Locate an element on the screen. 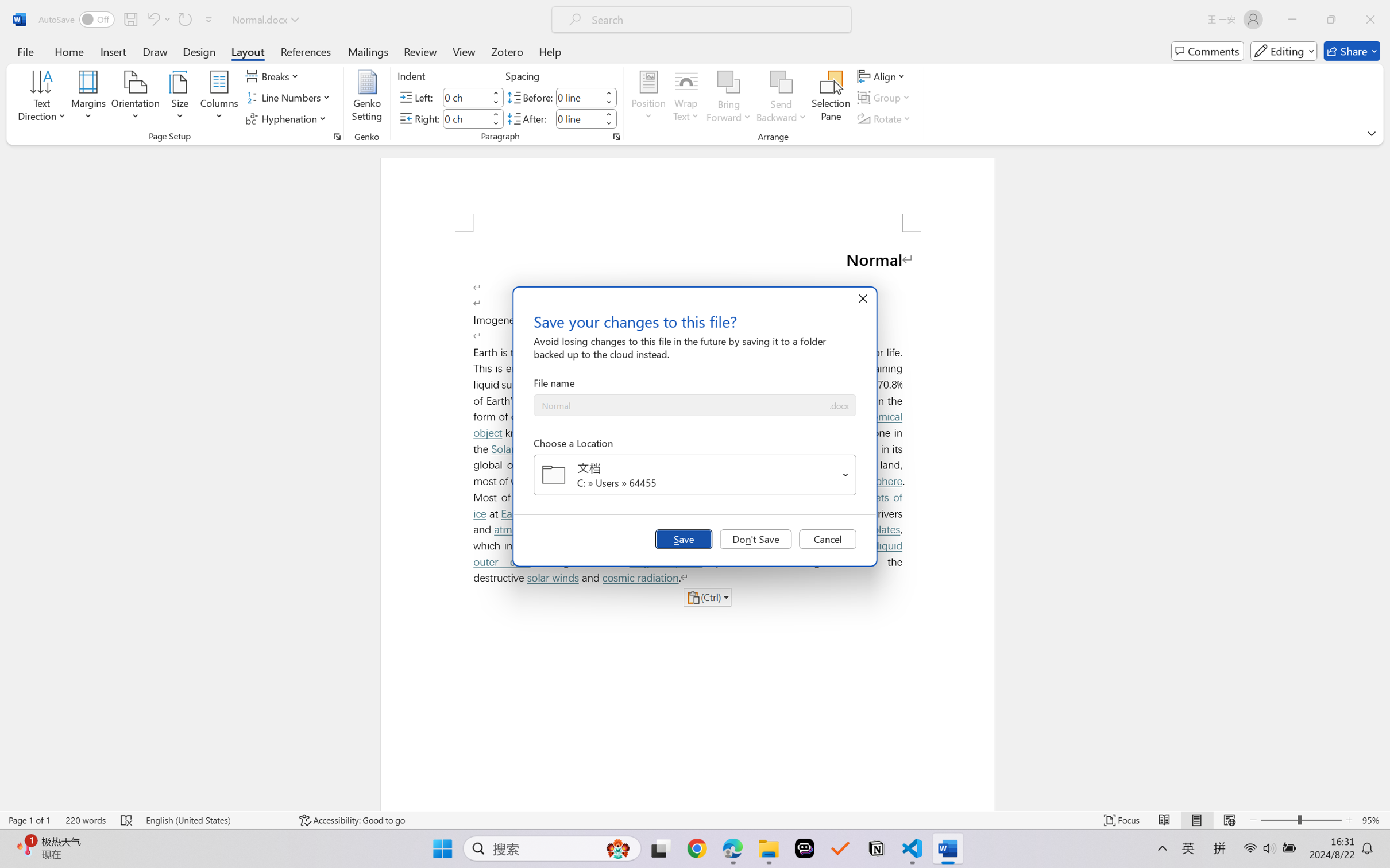 The image size is (1390, 868). 'Selection Pane...' is located at coordinates (830, 98).